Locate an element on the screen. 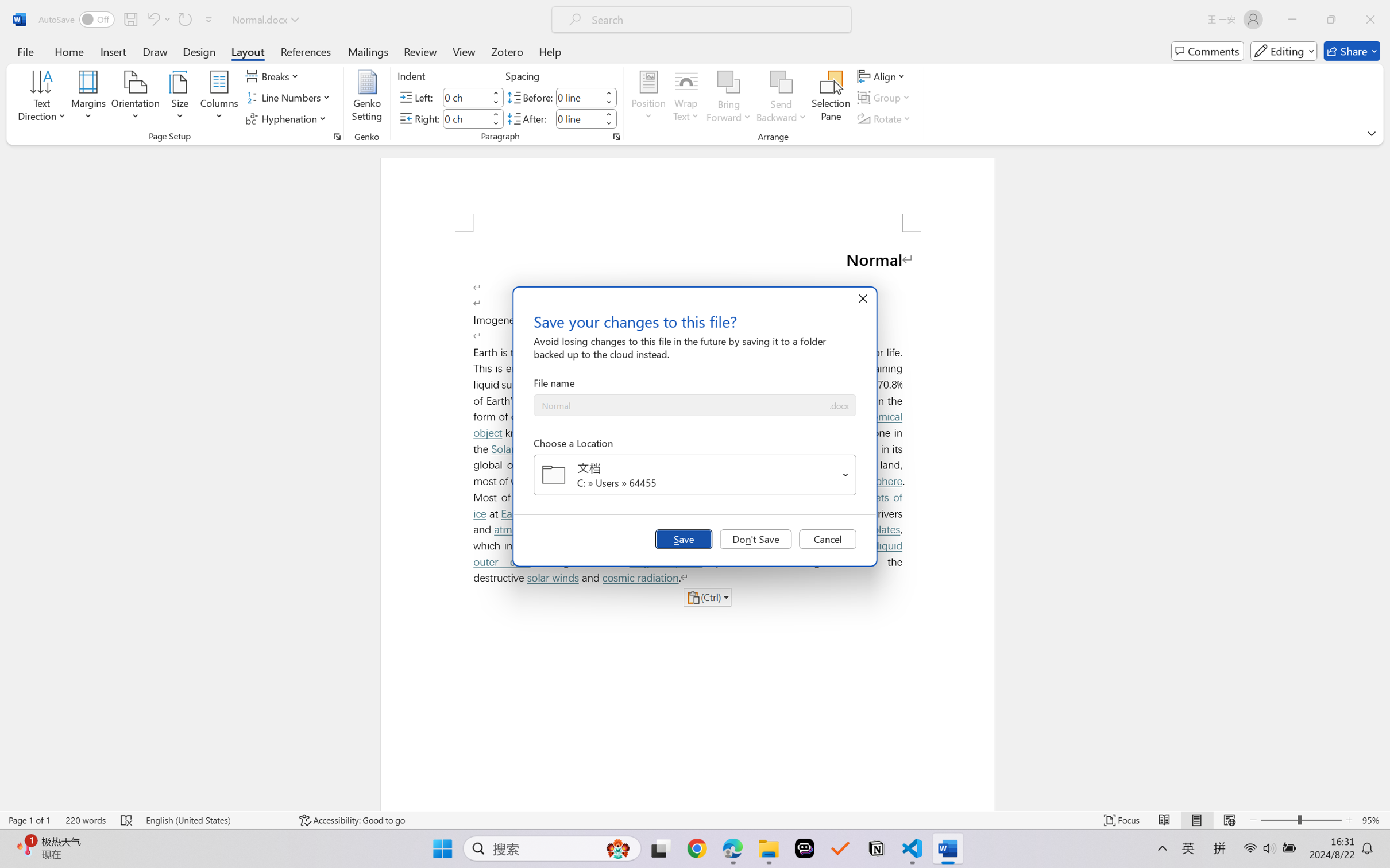 The image size is (1390, 868). 'Selection Pane...' is located at coordinates (830, 98).